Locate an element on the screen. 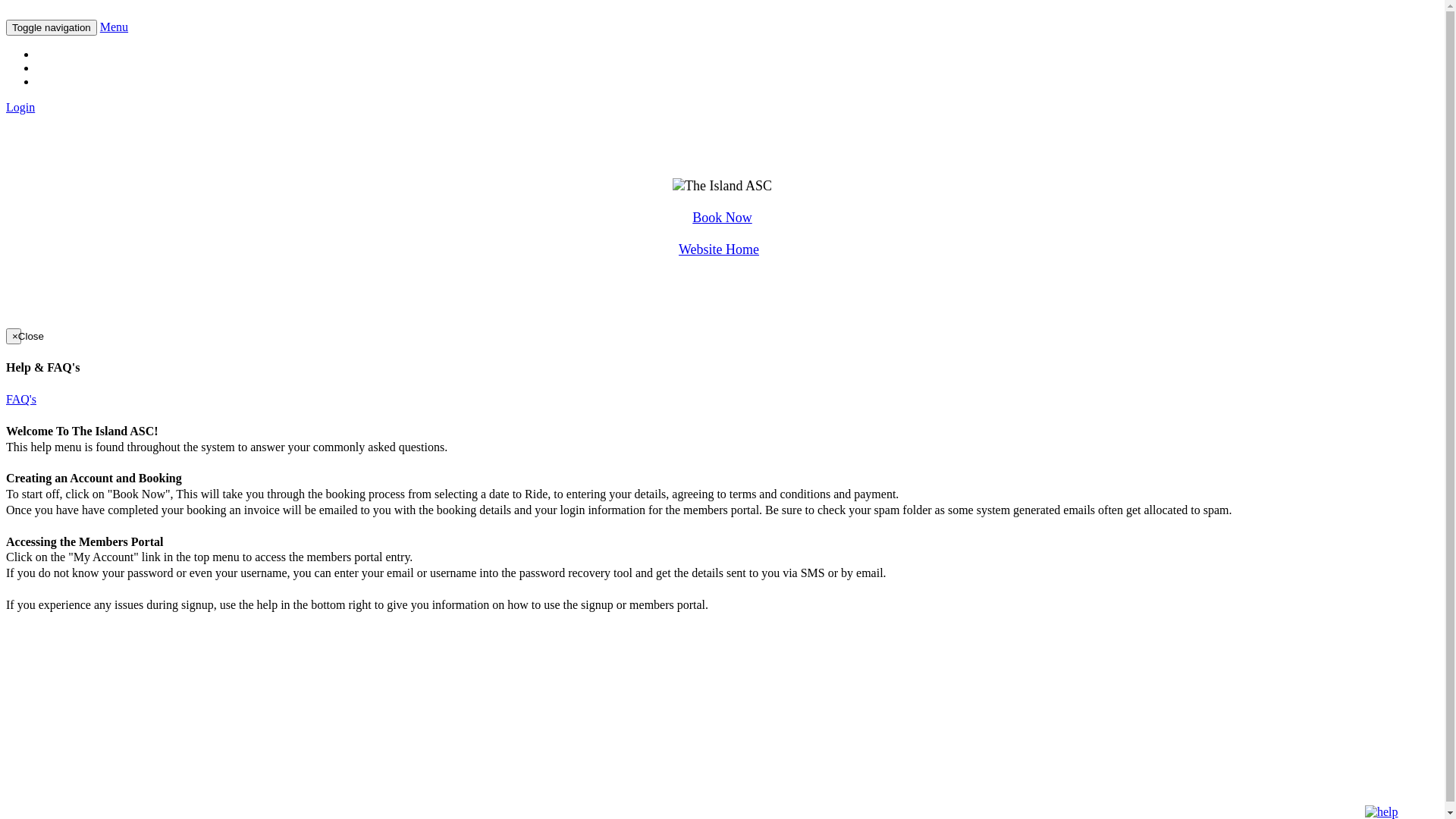  'My Account' is located at coordinates (65, 67).